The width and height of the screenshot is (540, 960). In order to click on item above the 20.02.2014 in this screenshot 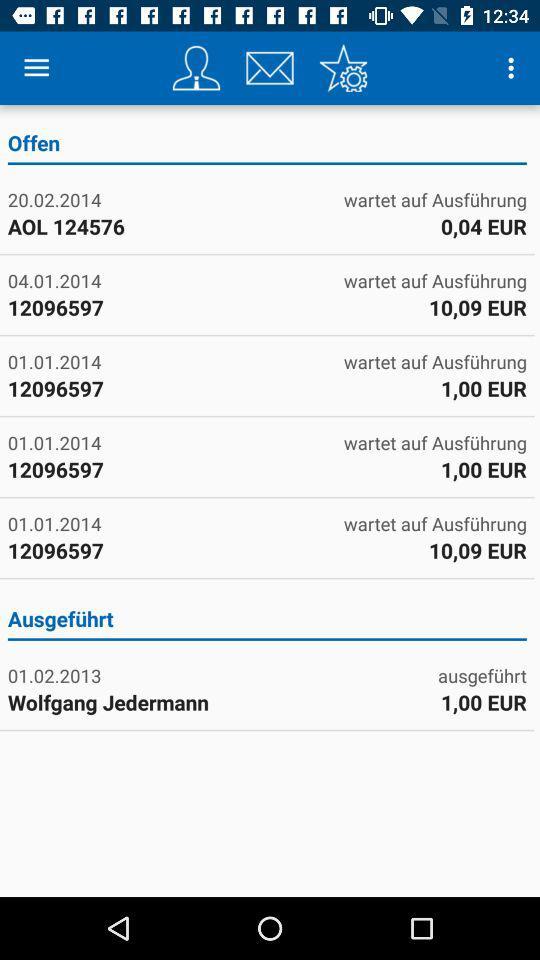, I will do `click(267, 145)`.